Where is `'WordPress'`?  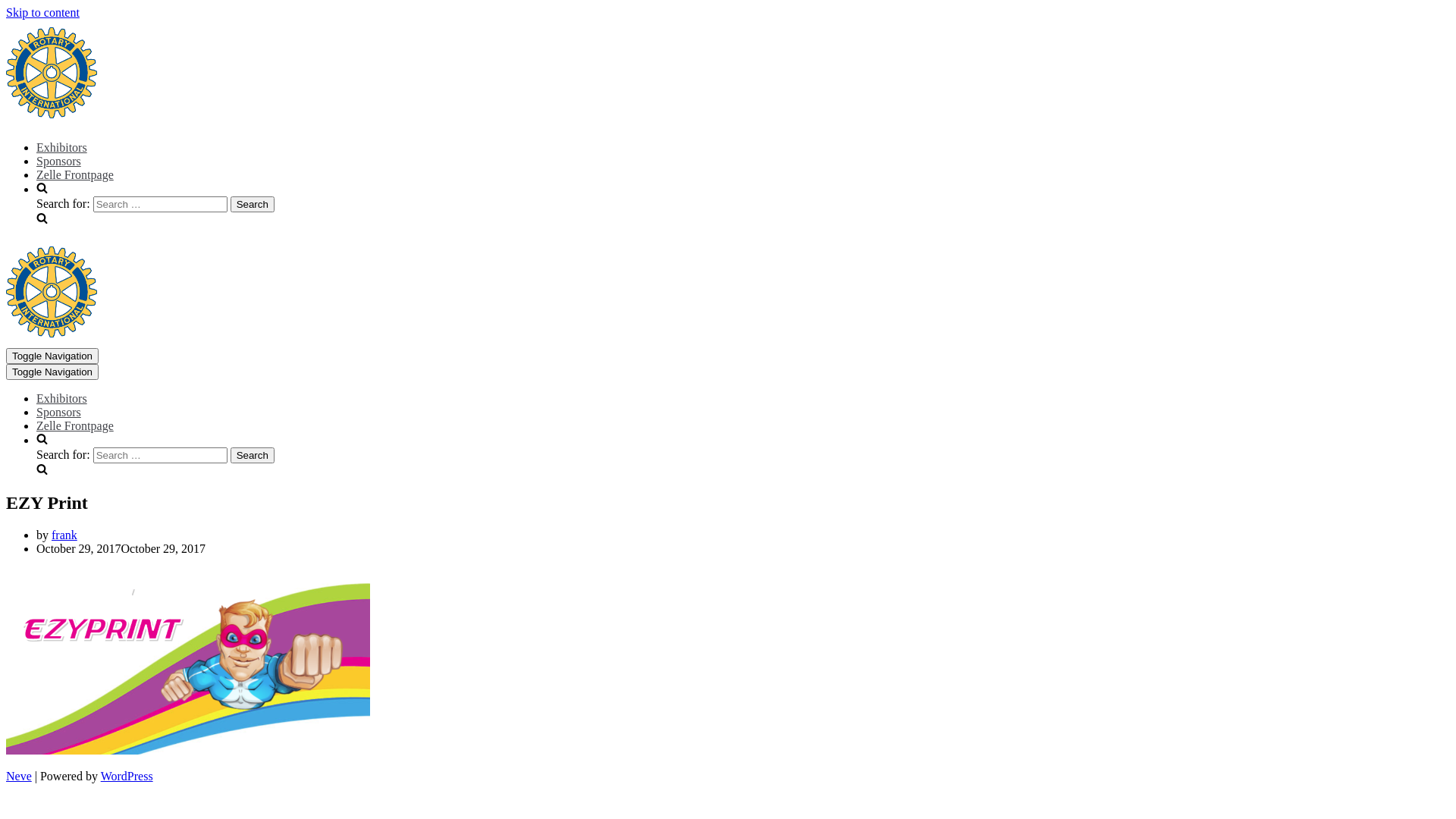 'WordPress' is located at coordinates (127, 776).